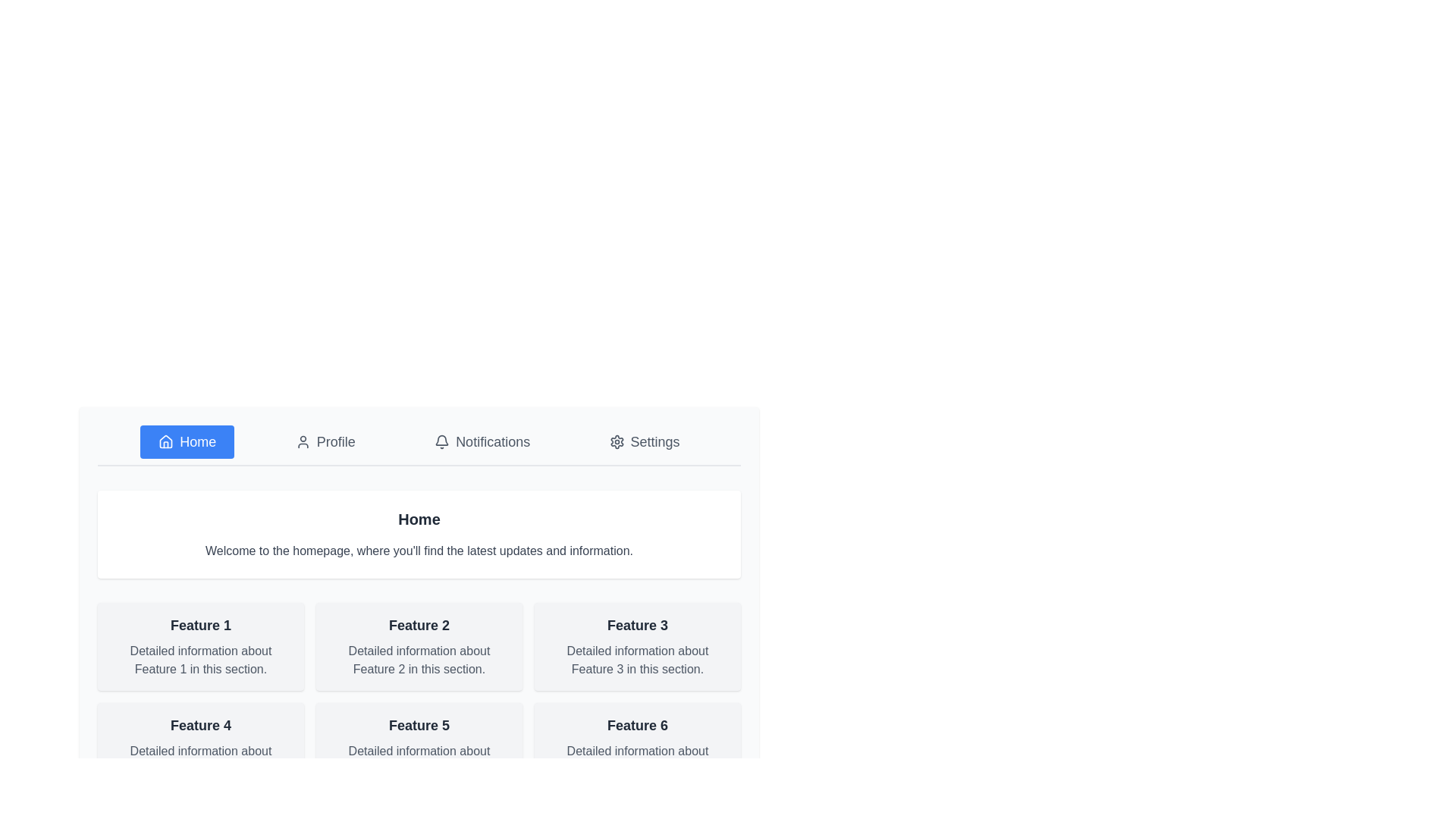 The image size is (1456, 819). I want to click on the static text label that says "Welcome to the homepage, where you'll find the latest updates and information." positioned below the "Home" text in a white rectangular section, so click(419, 551).